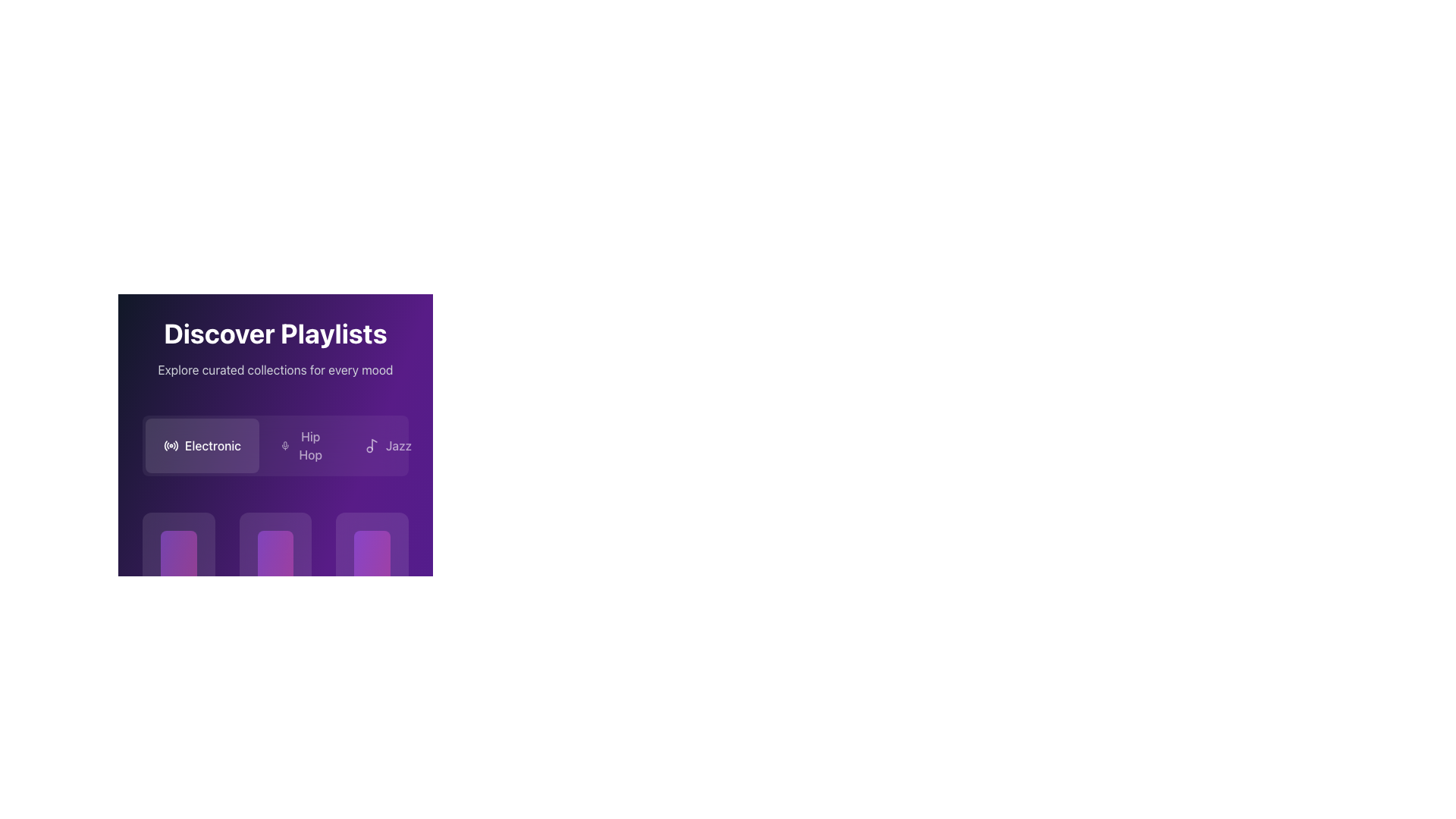 The width and height of the screenshot is (1456, 819). What do you see at coordinates (285, 444) in the screenshot?
I see `the minimalist white microphone icon located centrally in the 'Hip Hop' section under 'Discover Playlists'` at bounding box center [285, 444].